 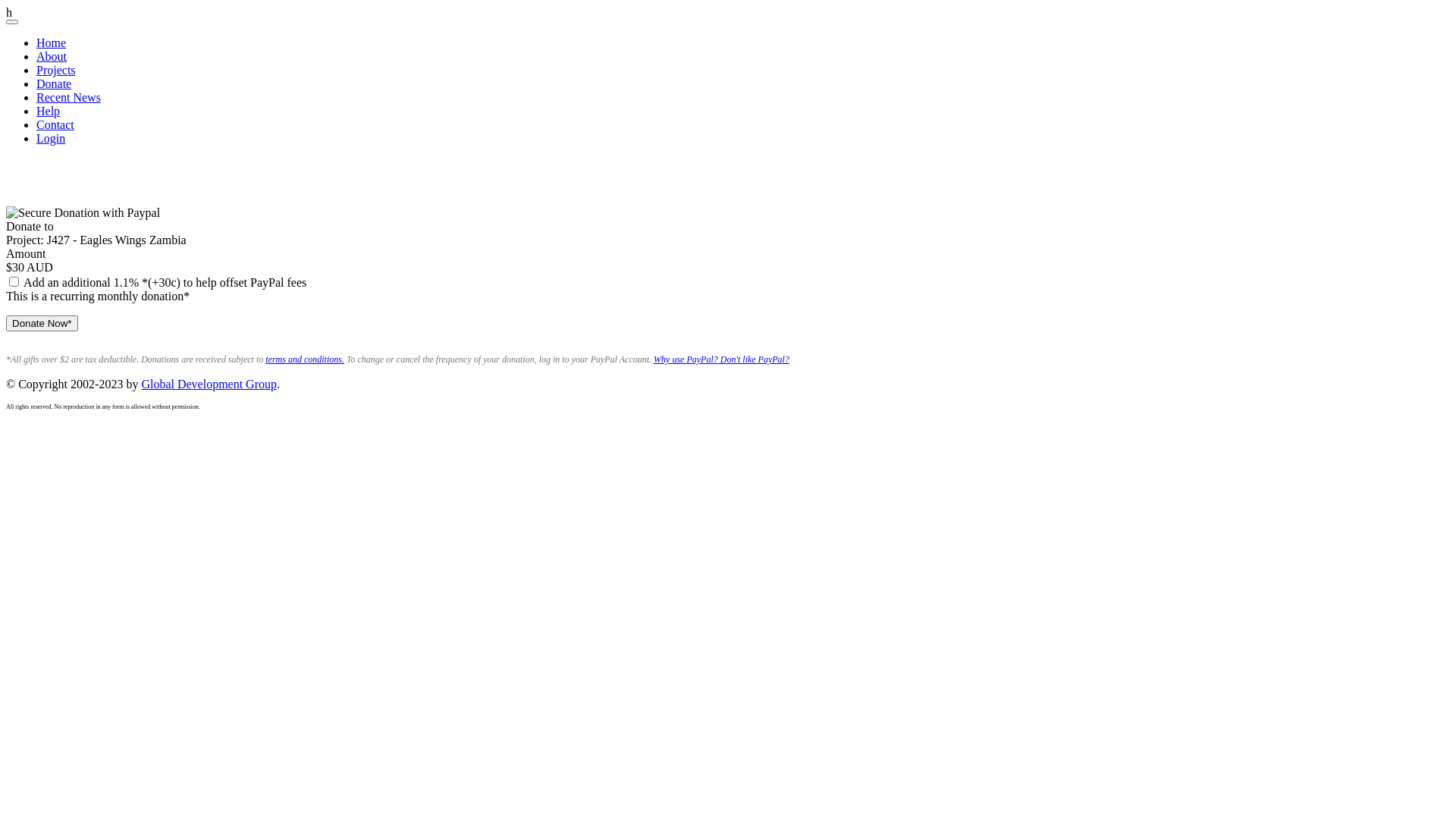 What do you see at coordinates (51, 42) in the screenshot?
I see `'Home'` at bounding box center [51, 42].